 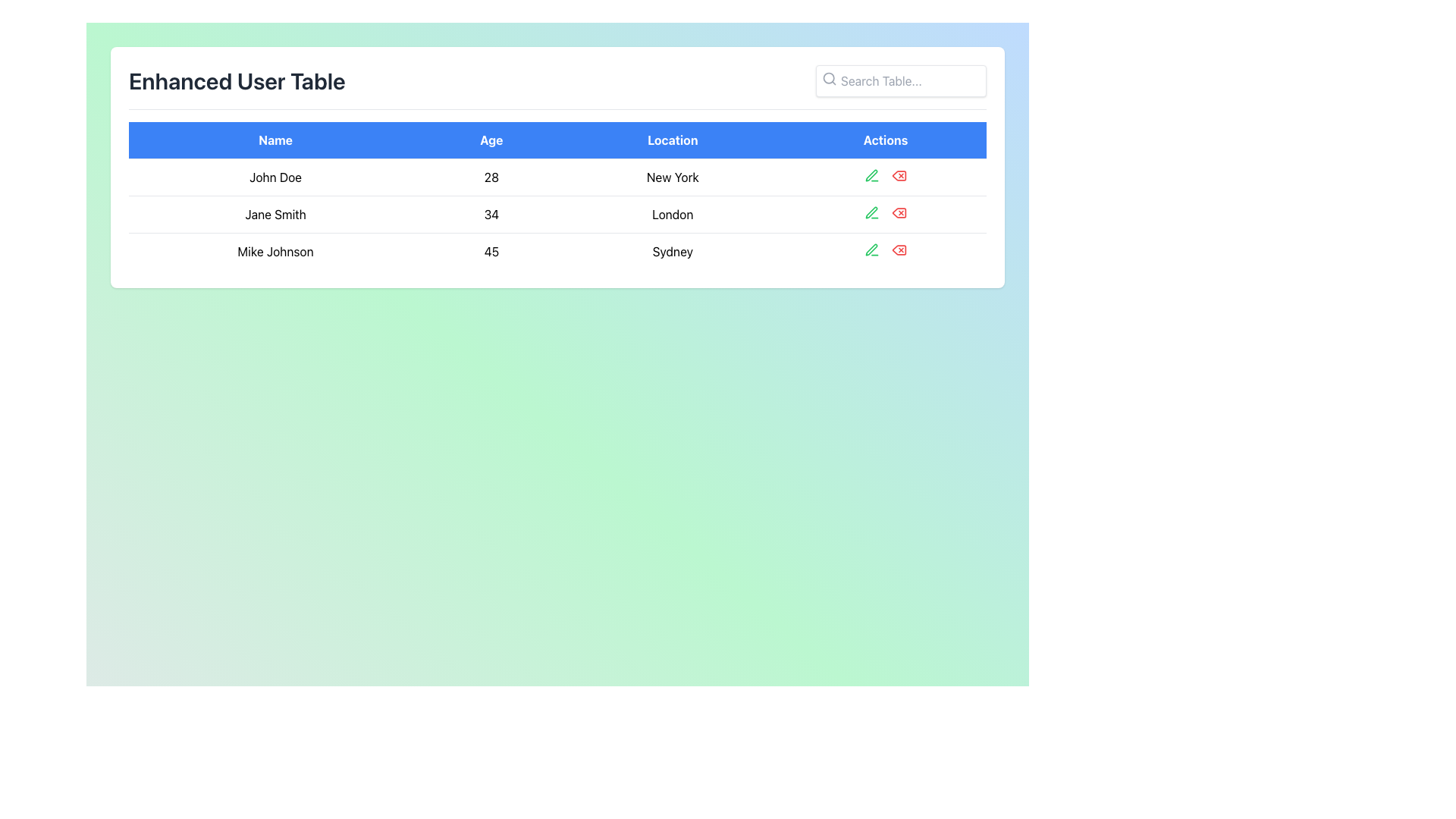 What do you see at coordinates (236, 81) in the screenshot?
I see `text from the Text Label positioned at the top-left corner above the table interface` at bounding box center [236, 81].